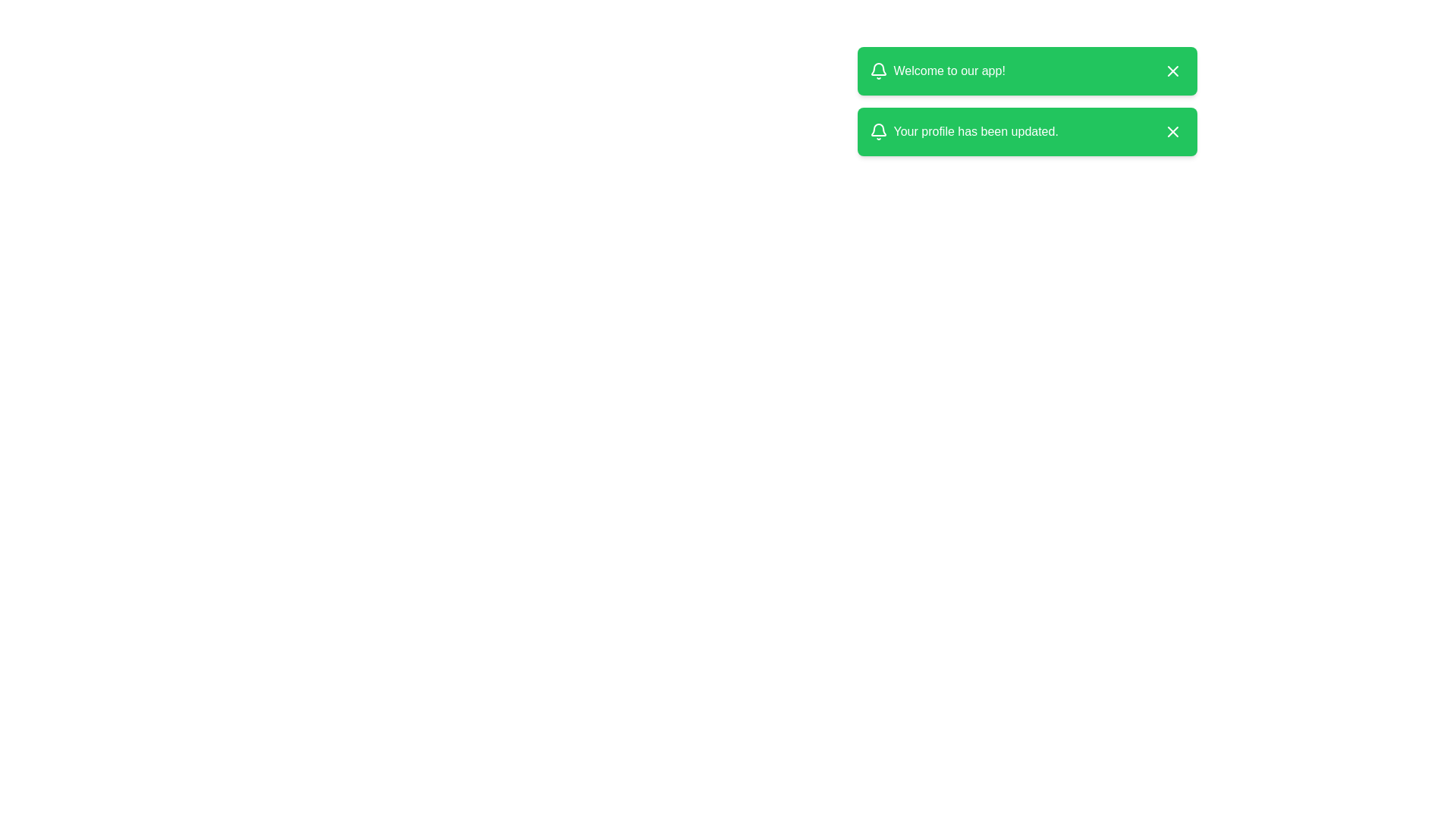 The height and width of the screenshot is (819, 1456). What do you see at coordinates (878, 130) in the screenshot?
I see `the bell-shaped notification icon located on the second green notification box next to the text 'Your profile has been updated.'` at bounding box center [878, 130].